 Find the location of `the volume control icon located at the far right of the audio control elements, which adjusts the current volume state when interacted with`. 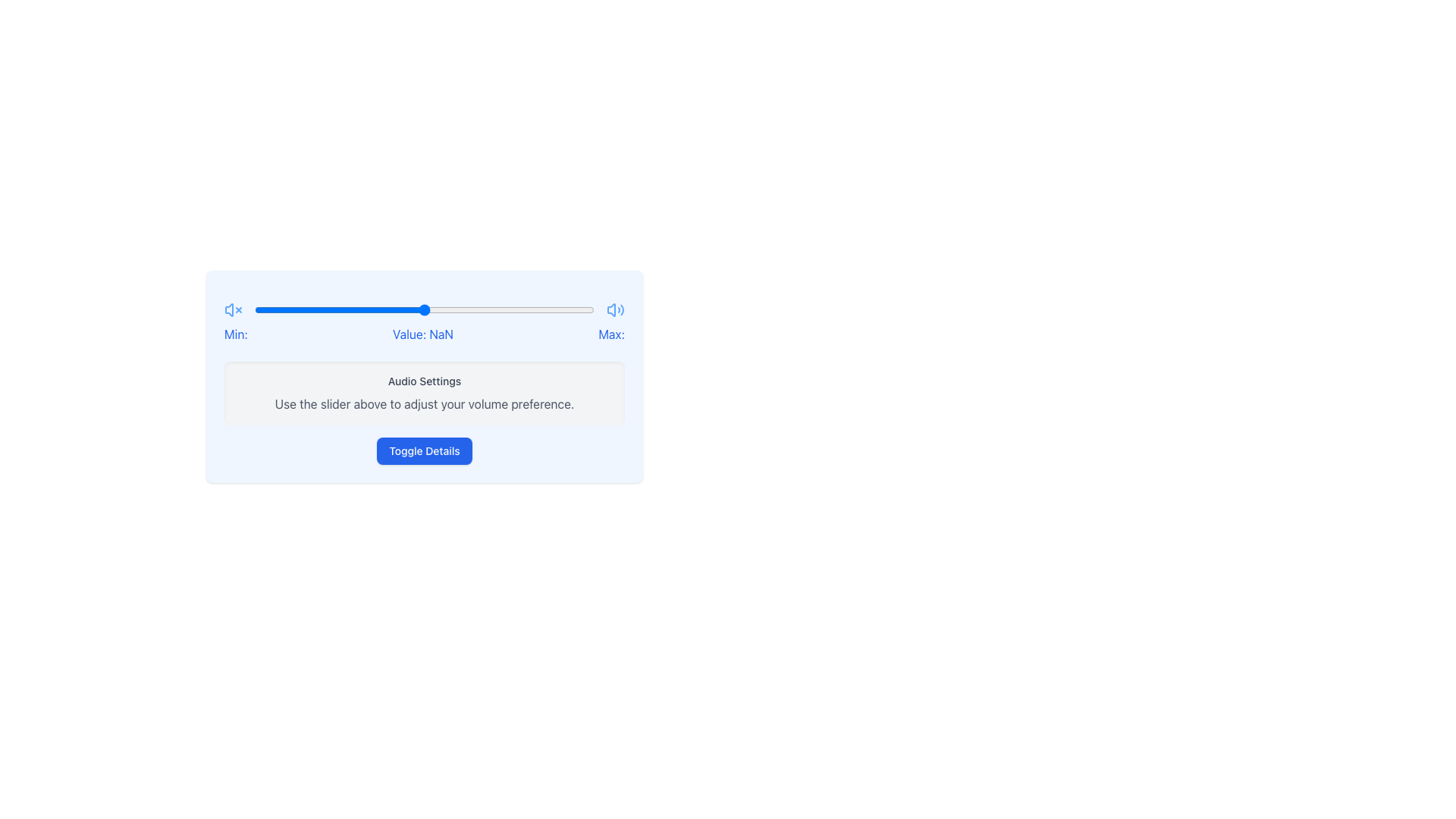

the volume control icon located at the far right of the audio control elements, which adjusts the current volume state when interacted with is located at coordinates (615, 309).